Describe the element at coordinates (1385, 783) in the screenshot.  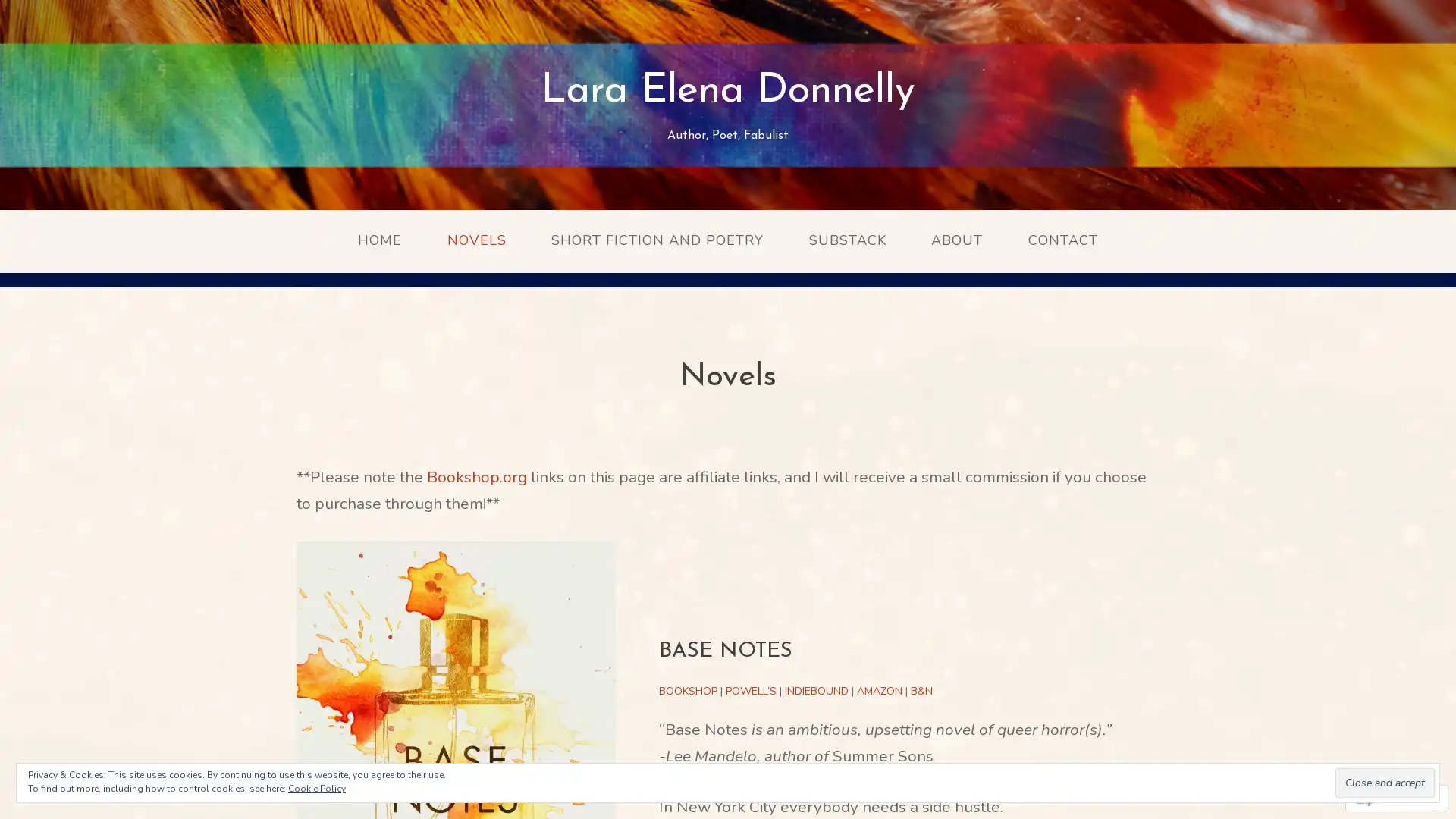
I see `Close and accept` at that location.